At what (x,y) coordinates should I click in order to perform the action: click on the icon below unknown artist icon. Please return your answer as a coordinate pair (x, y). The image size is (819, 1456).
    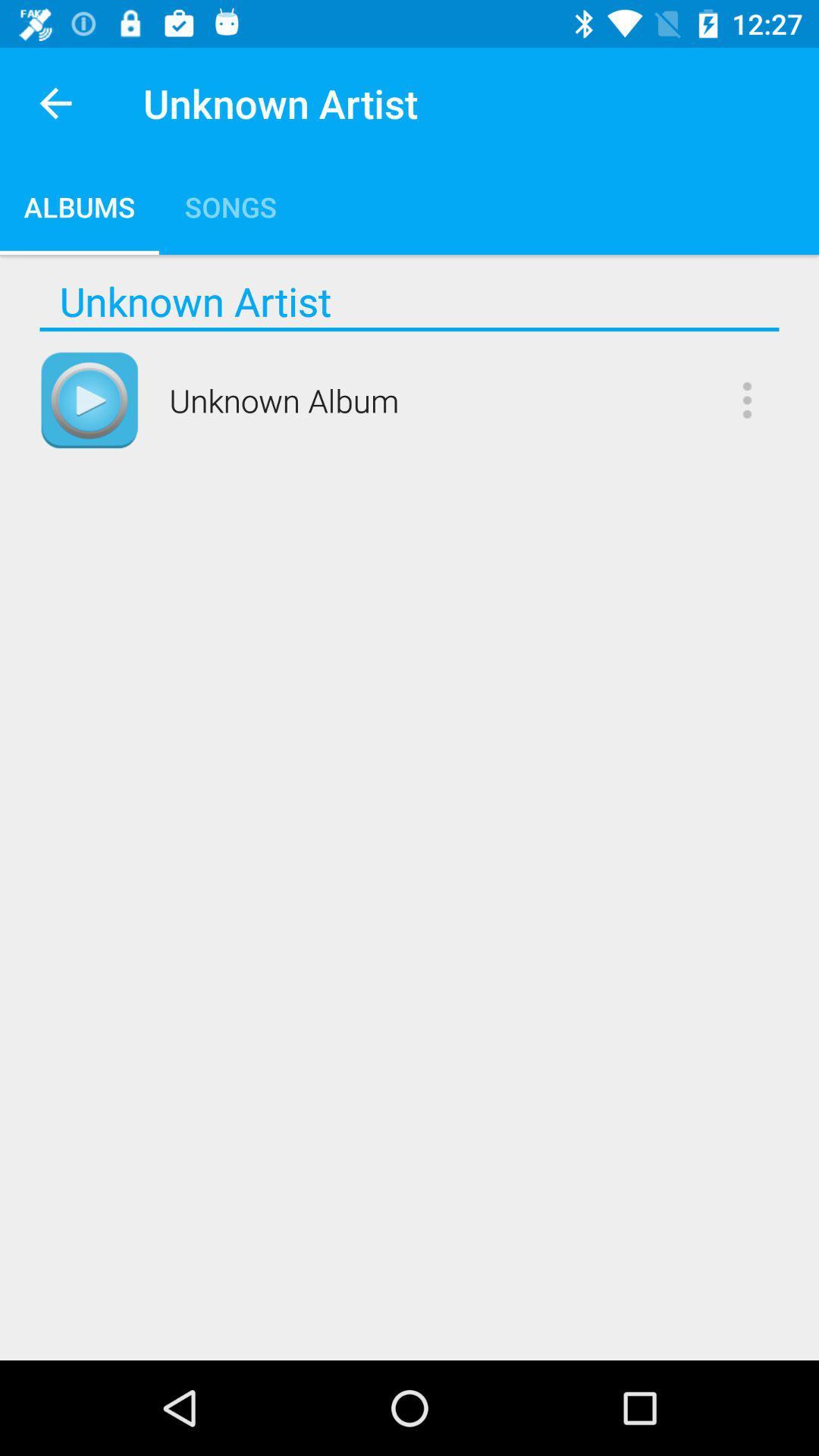
    Looking at the image, I should click on (409, 328).